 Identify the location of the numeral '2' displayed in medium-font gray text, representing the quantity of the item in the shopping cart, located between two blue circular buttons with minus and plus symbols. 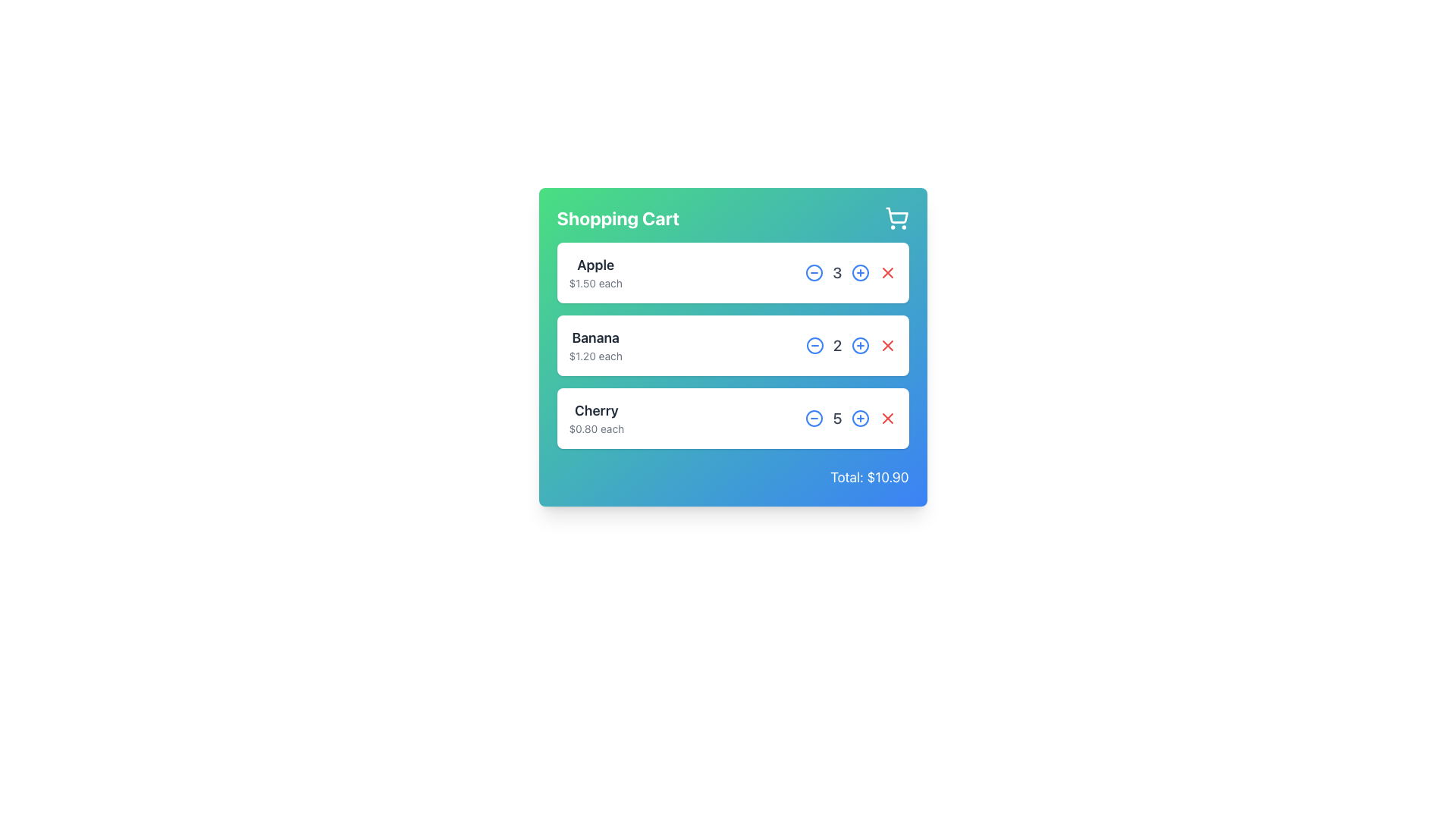
(851, 345).